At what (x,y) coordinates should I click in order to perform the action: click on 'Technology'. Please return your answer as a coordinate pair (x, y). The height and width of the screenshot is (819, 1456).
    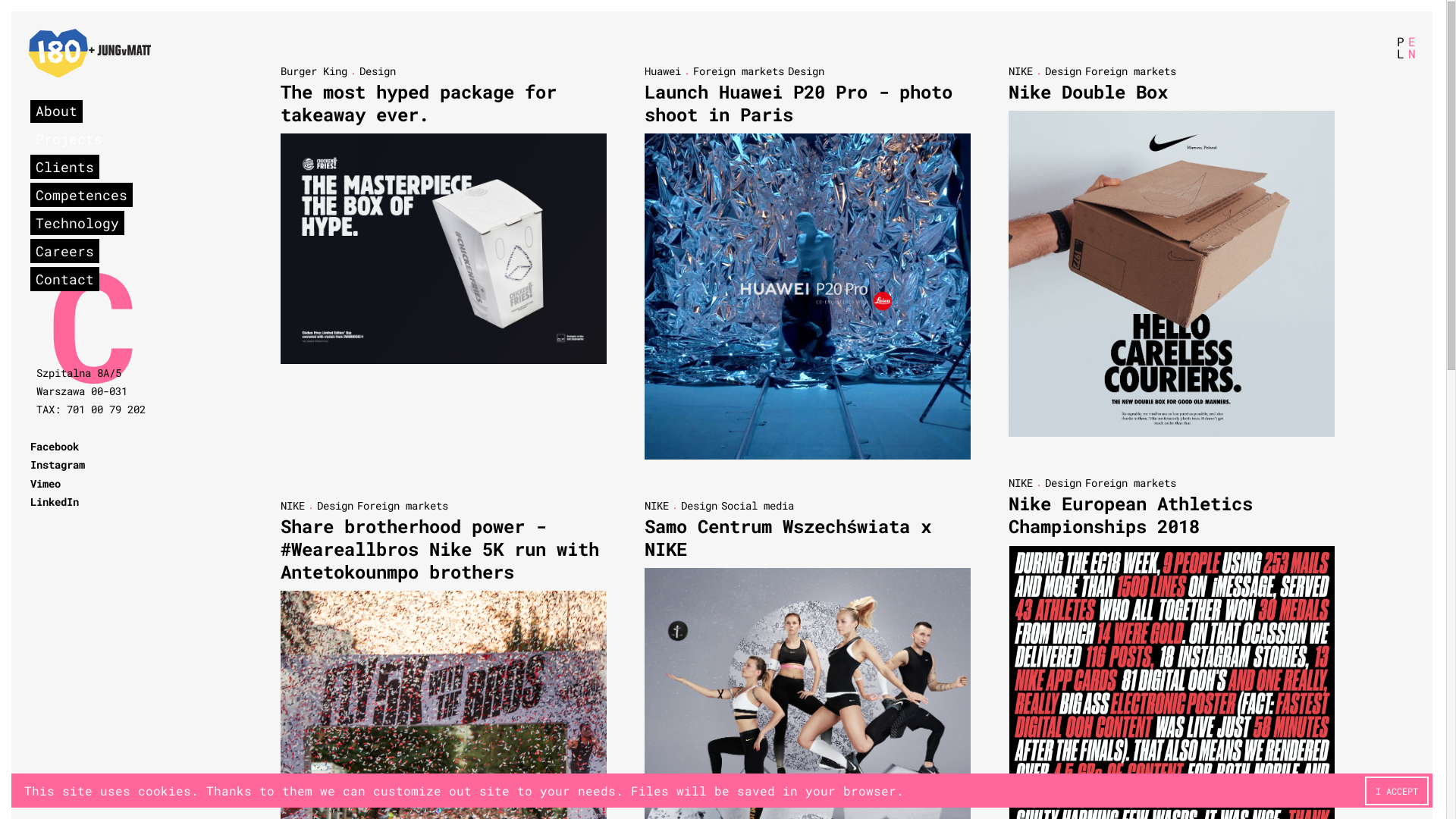
    Looking at the image, I should click on (76, 224).